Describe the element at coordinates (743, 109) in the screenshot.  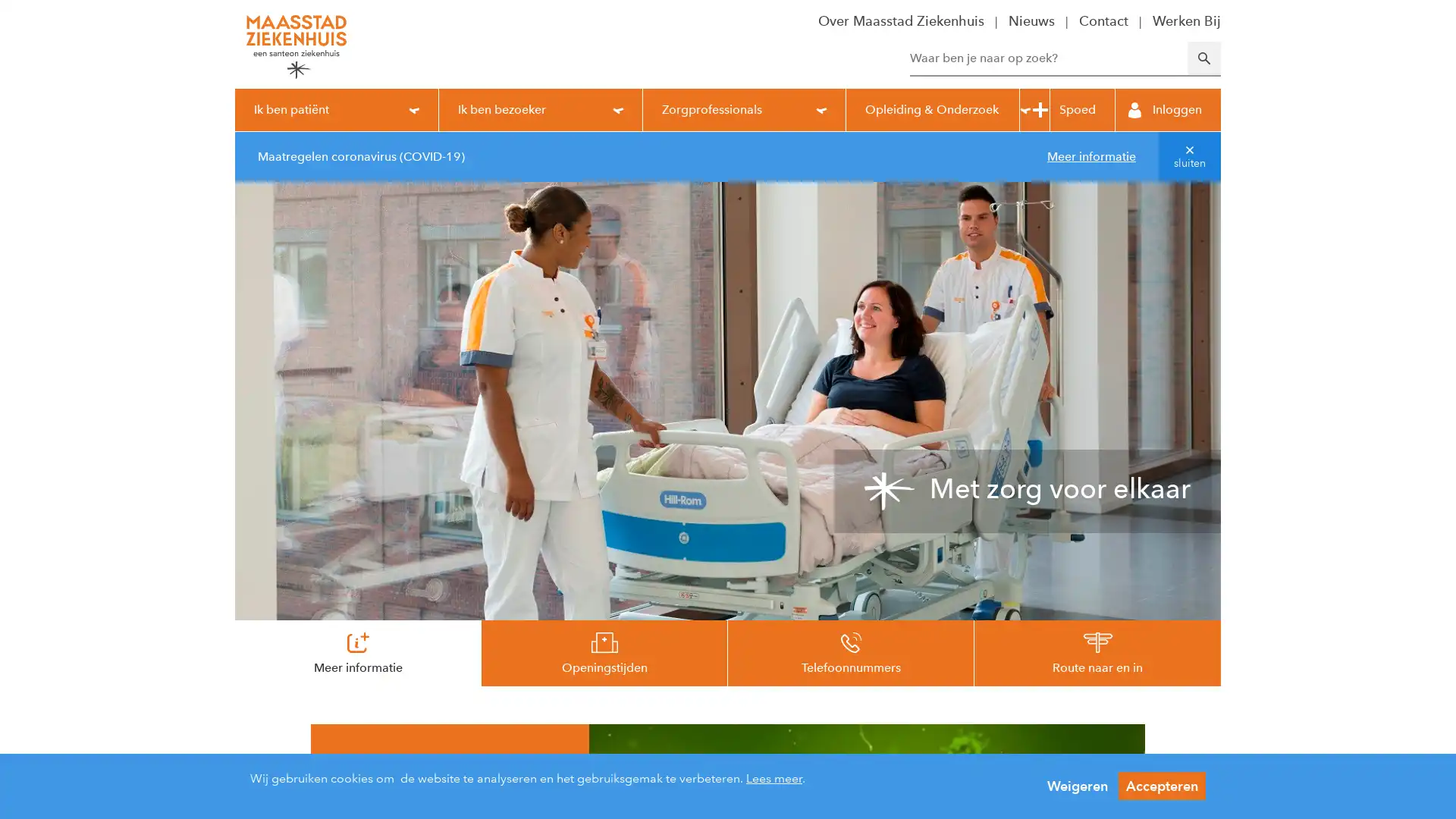
I see `Zorgprofessionals` at that location.